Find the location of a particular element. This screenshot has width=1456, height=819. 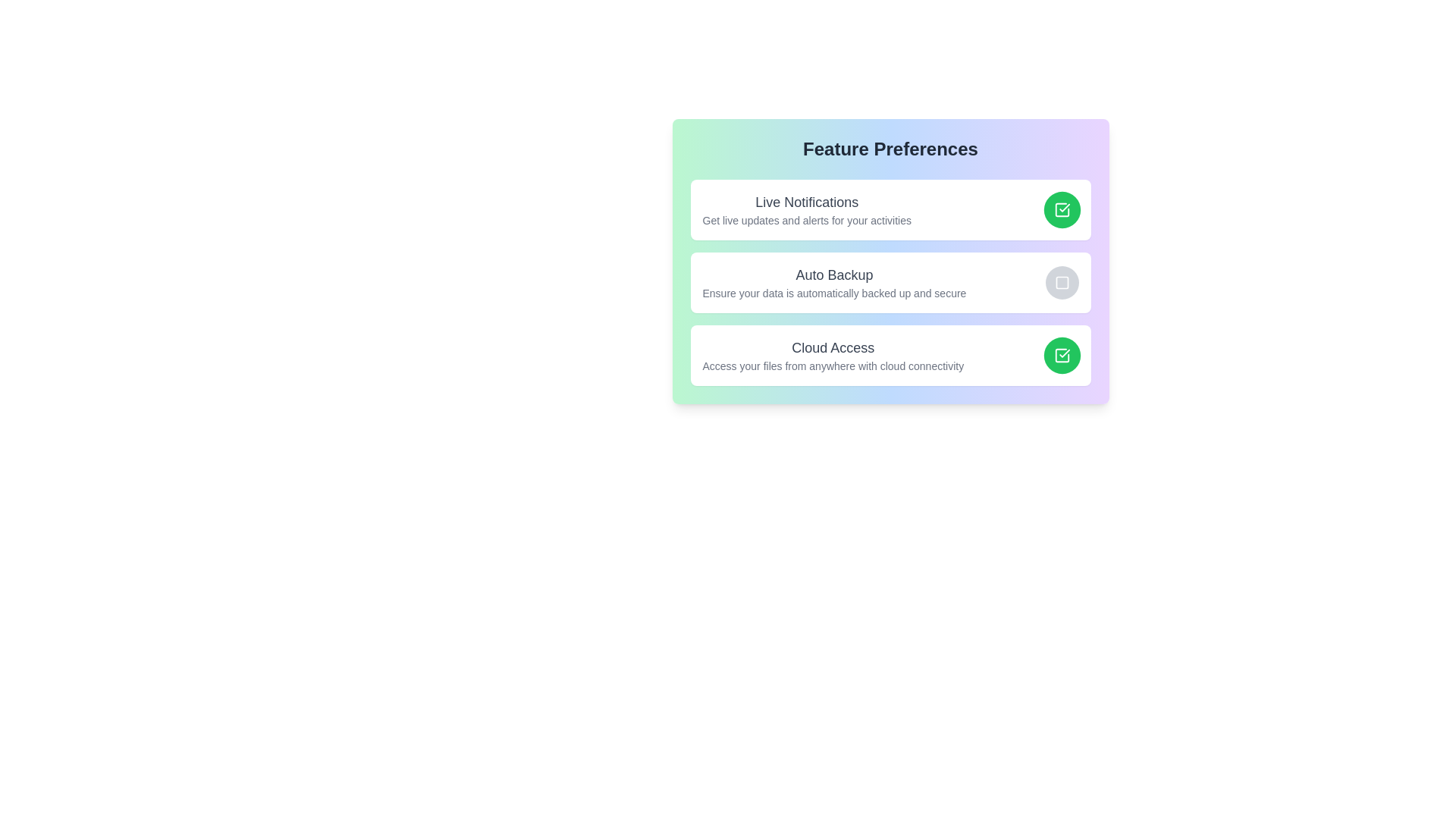

descriptive text about the 'Cloud Access' feature located below its title in the UI is located at coordinates (832, 366).